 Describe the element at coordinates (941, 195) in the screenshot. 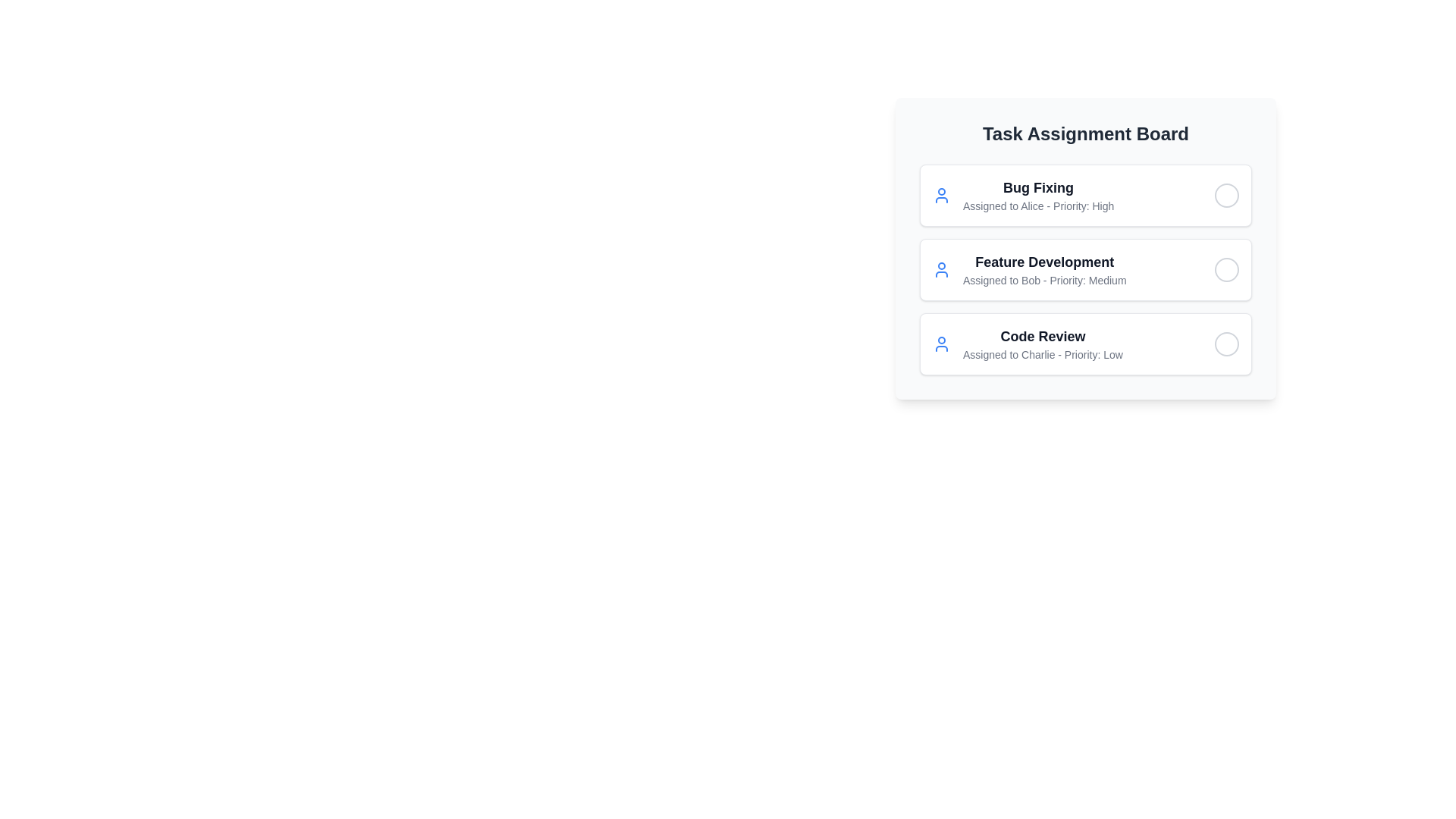

I see `the user icon representing the assignee for the task 'Bug Fixing', located at the top-left corner of the first task card` at that location.